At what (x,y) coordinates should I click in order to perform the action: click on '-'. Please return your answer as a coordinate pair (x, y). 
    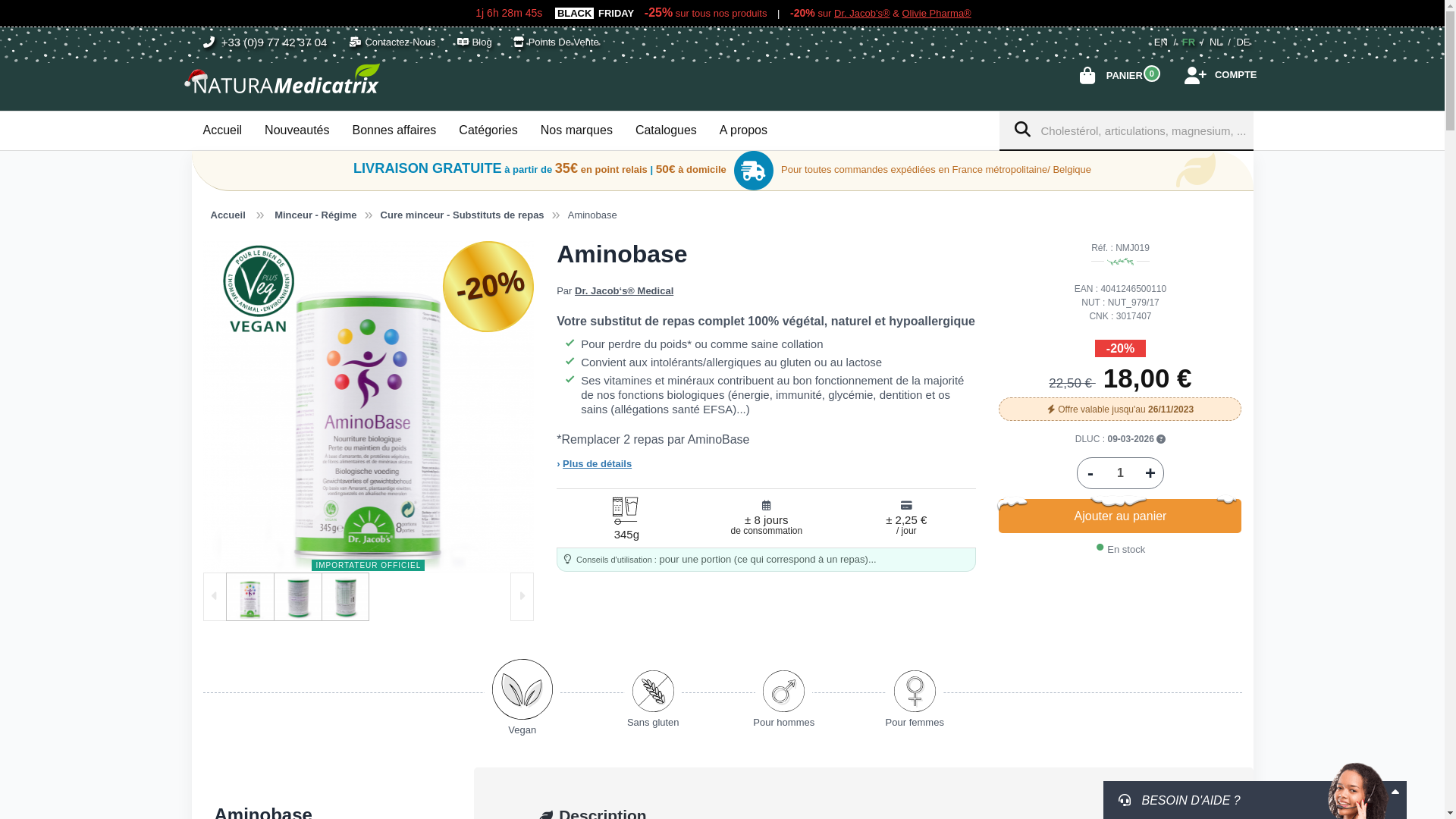
    Looking at the image, I should click on (1090, 472).